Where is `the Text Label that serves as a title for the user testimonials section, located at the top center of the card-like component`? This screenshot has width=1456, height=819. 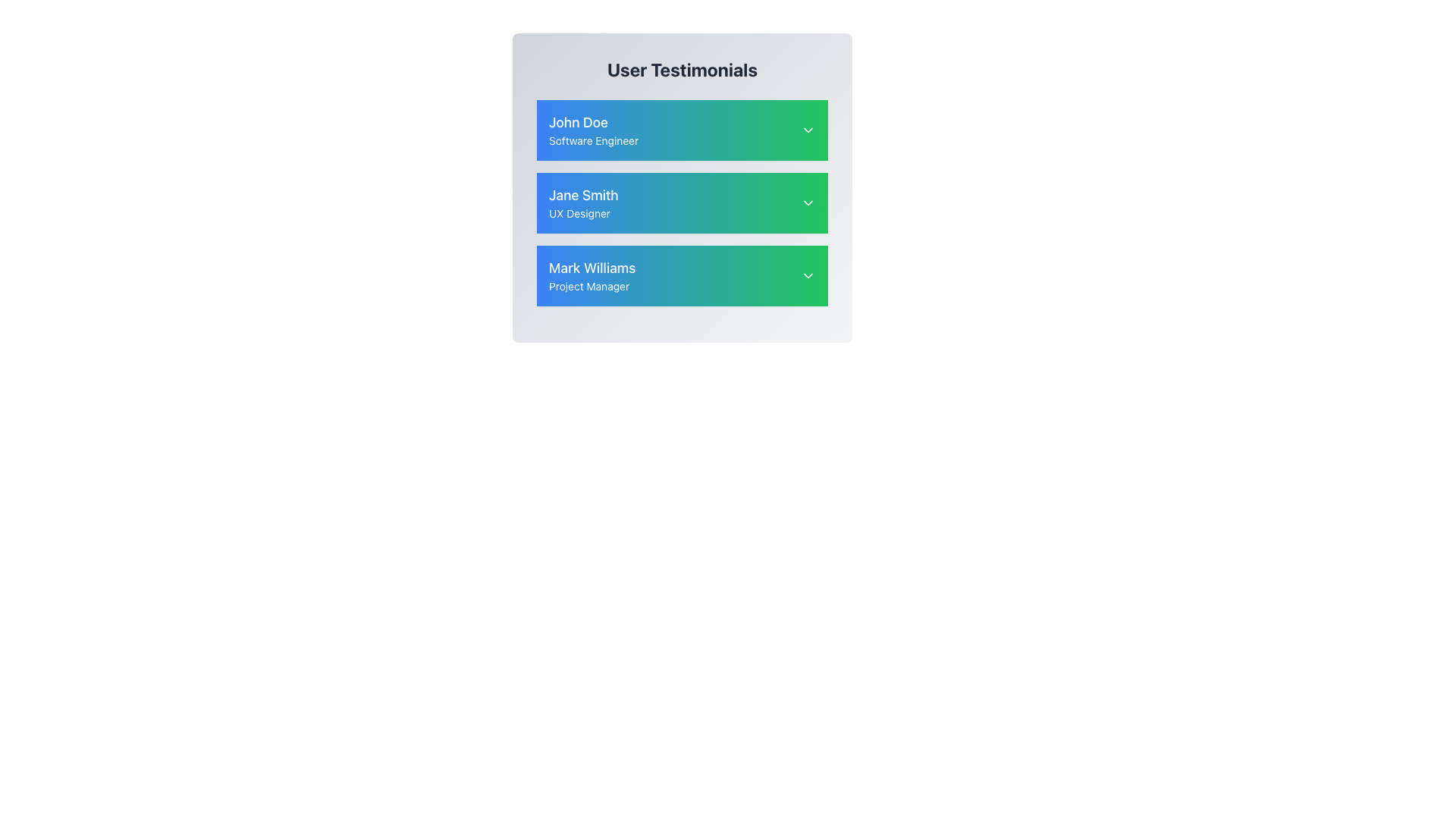
the Text Label that serves as a title for the user testimonials section, located at the top center of the card-like component is located at coordinates (682, 70).